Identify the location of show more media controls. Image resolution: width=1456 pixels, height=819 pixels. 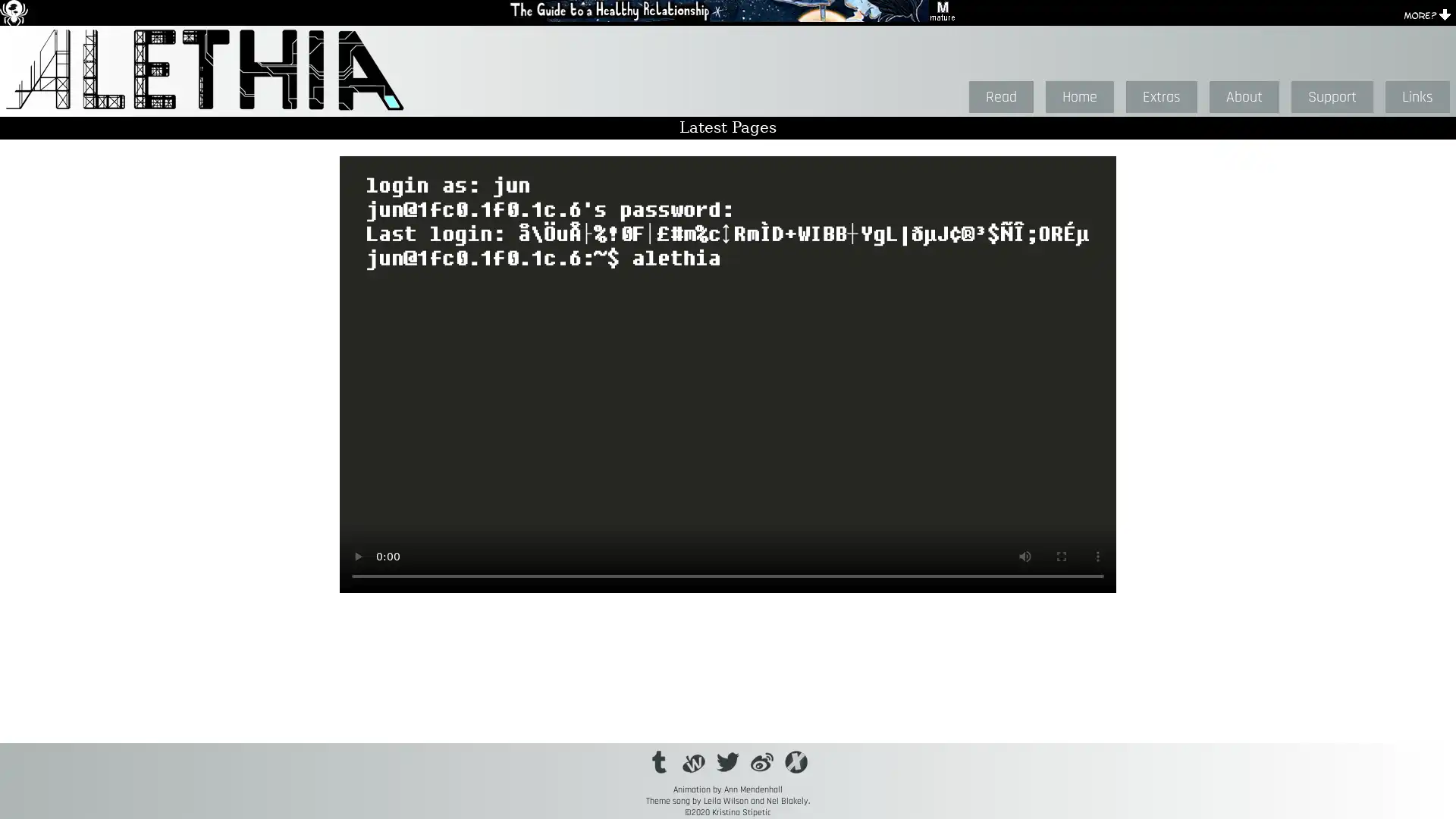
(1098, 556).